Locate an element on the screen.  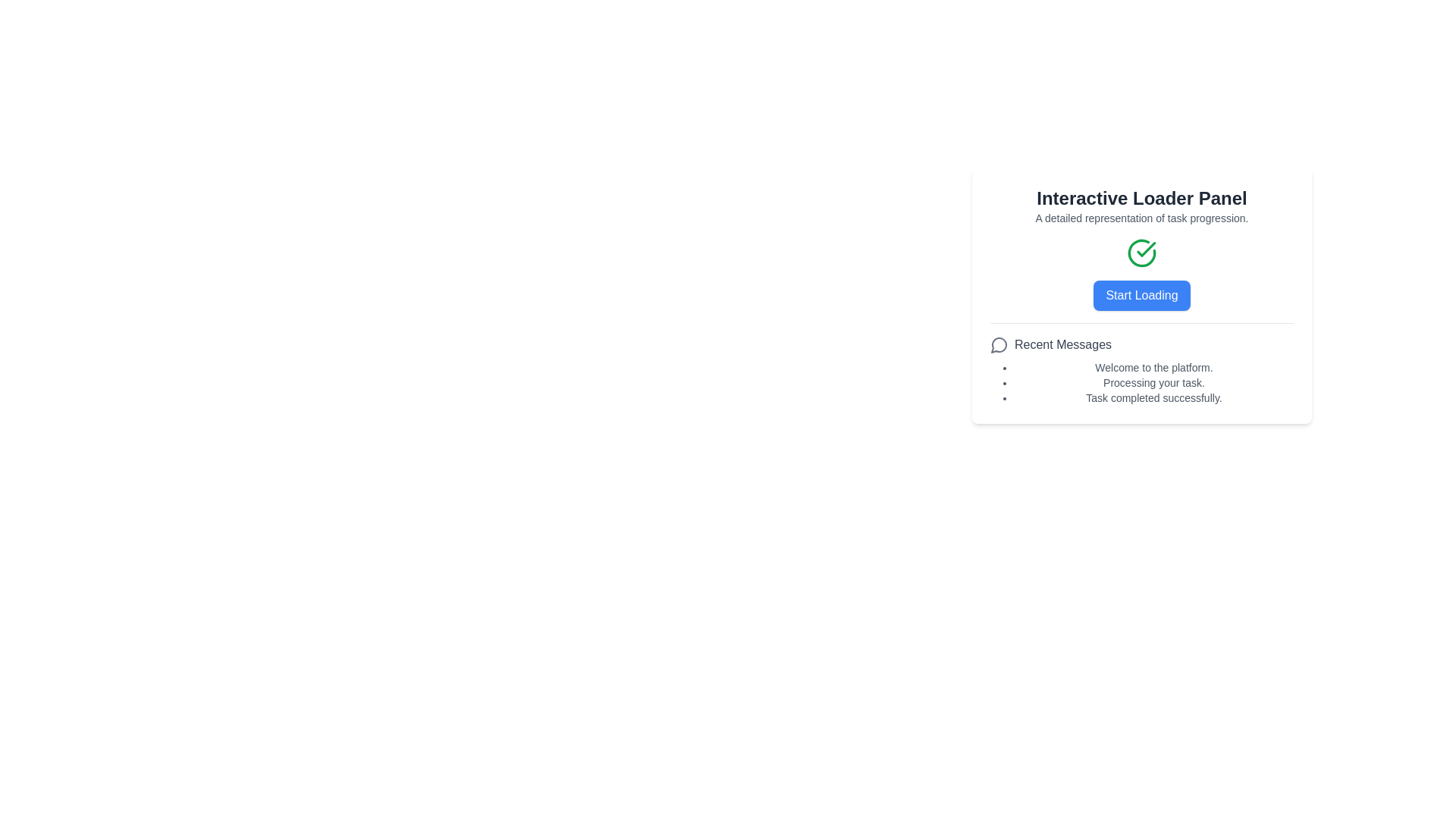
the green partial arc segment of the circular SVG graphic located above the 'Start Loading' button in the 'Interactive Loader Panel' is located at coordinates (1142, 253).